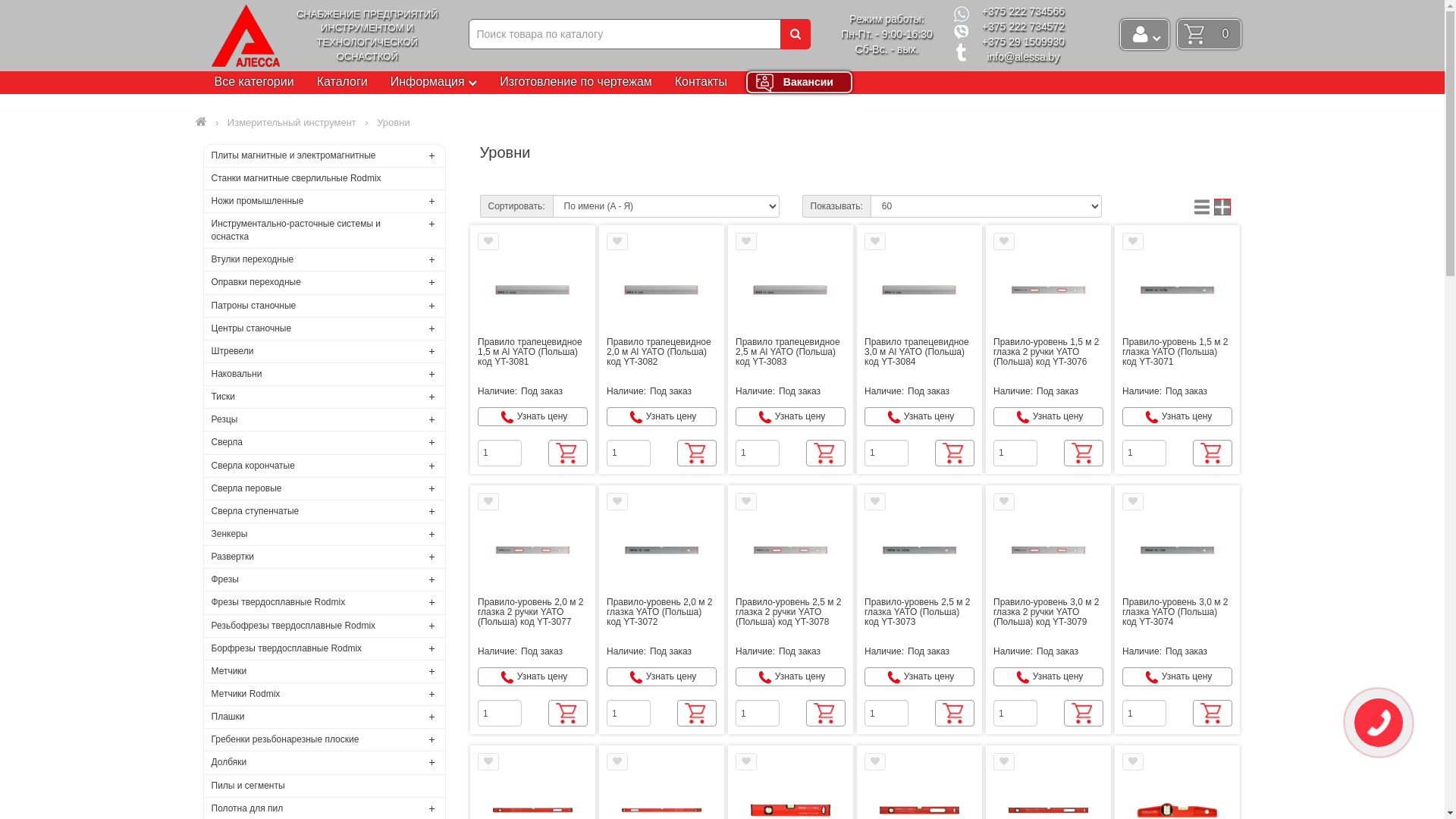  I want to click on '0', so click(1208, 27).